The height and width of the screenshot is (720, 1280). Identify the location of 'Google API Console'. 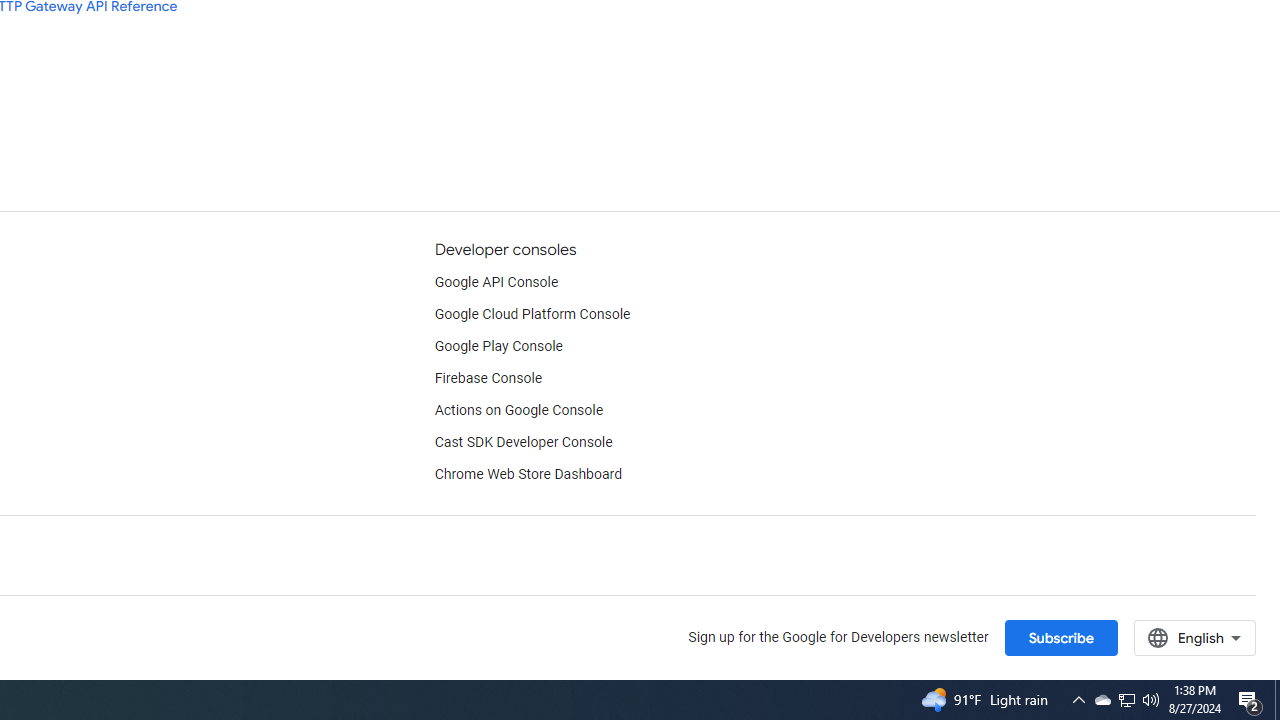
(496, 282).